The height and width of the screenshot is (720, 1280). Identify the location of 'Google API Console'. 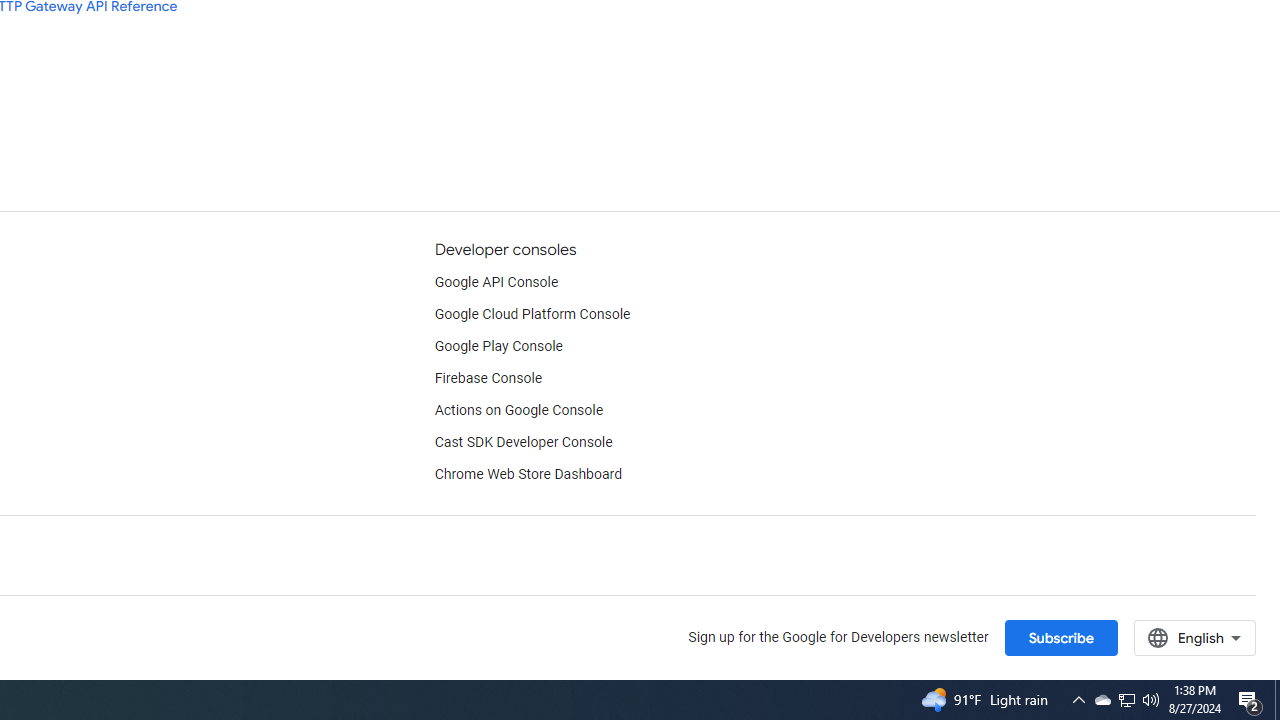
(496, 282).